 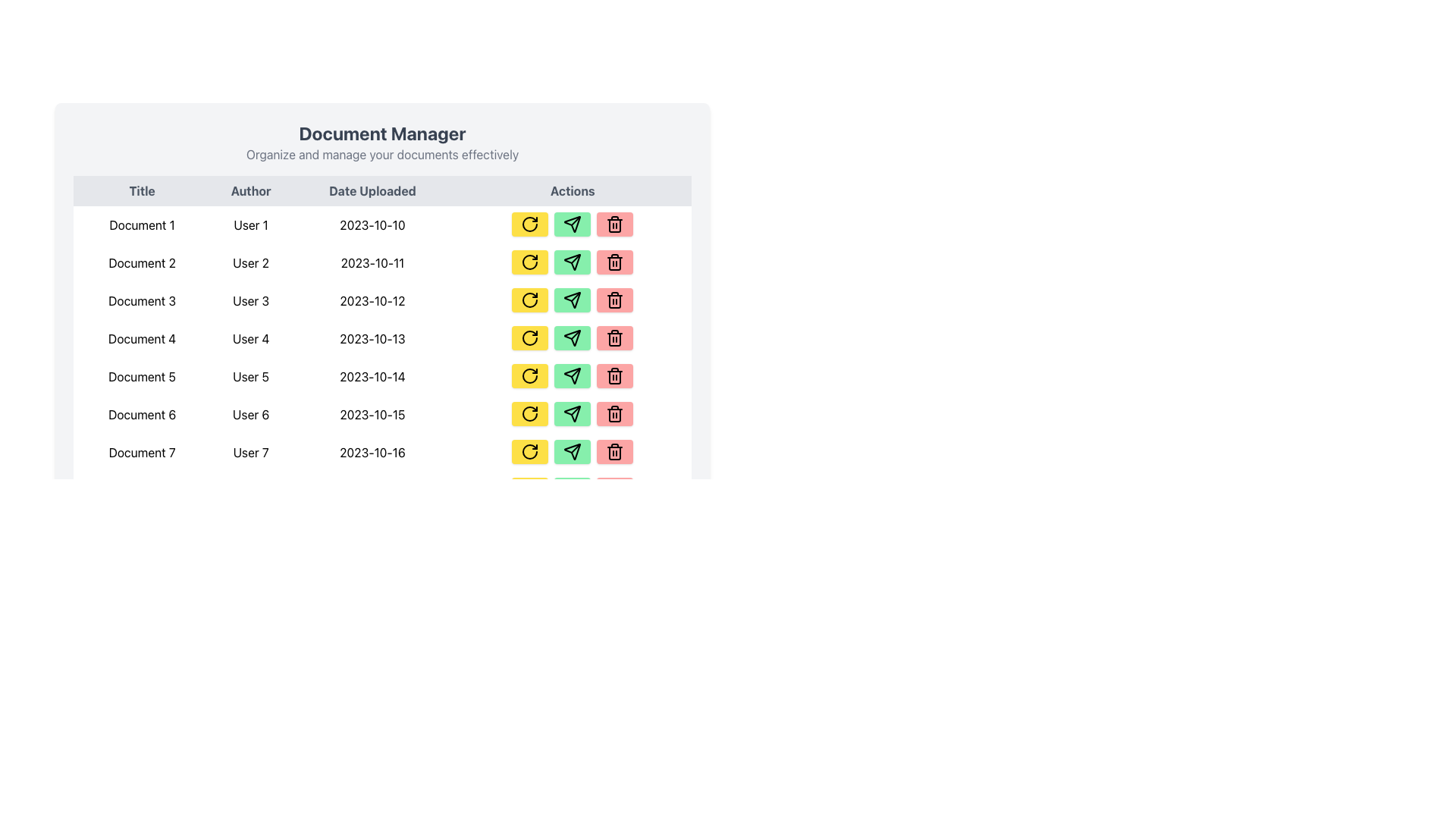 I want to click on the text display element showing 'User 2' under the 'Author' column, so click(x=251, y=262).